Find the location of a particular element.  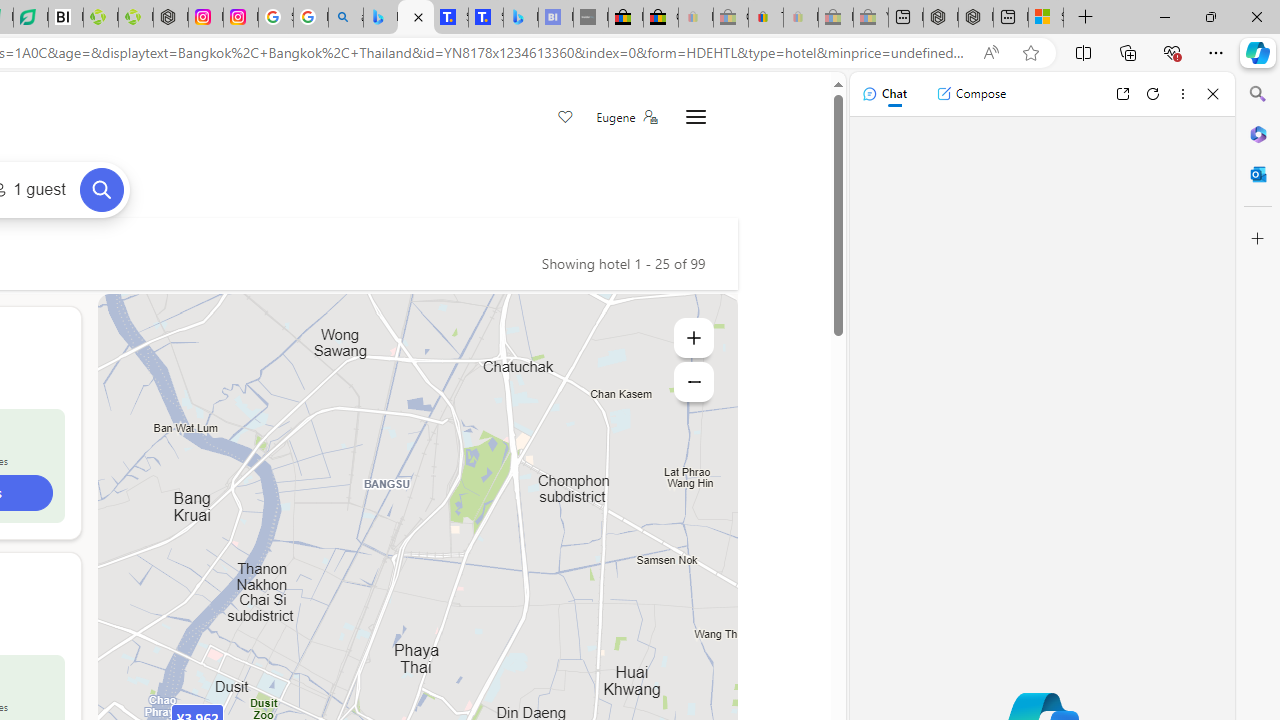

'Yard, Garden & Outdoor Living - Sleeping' is located at coordinates (871, 17).